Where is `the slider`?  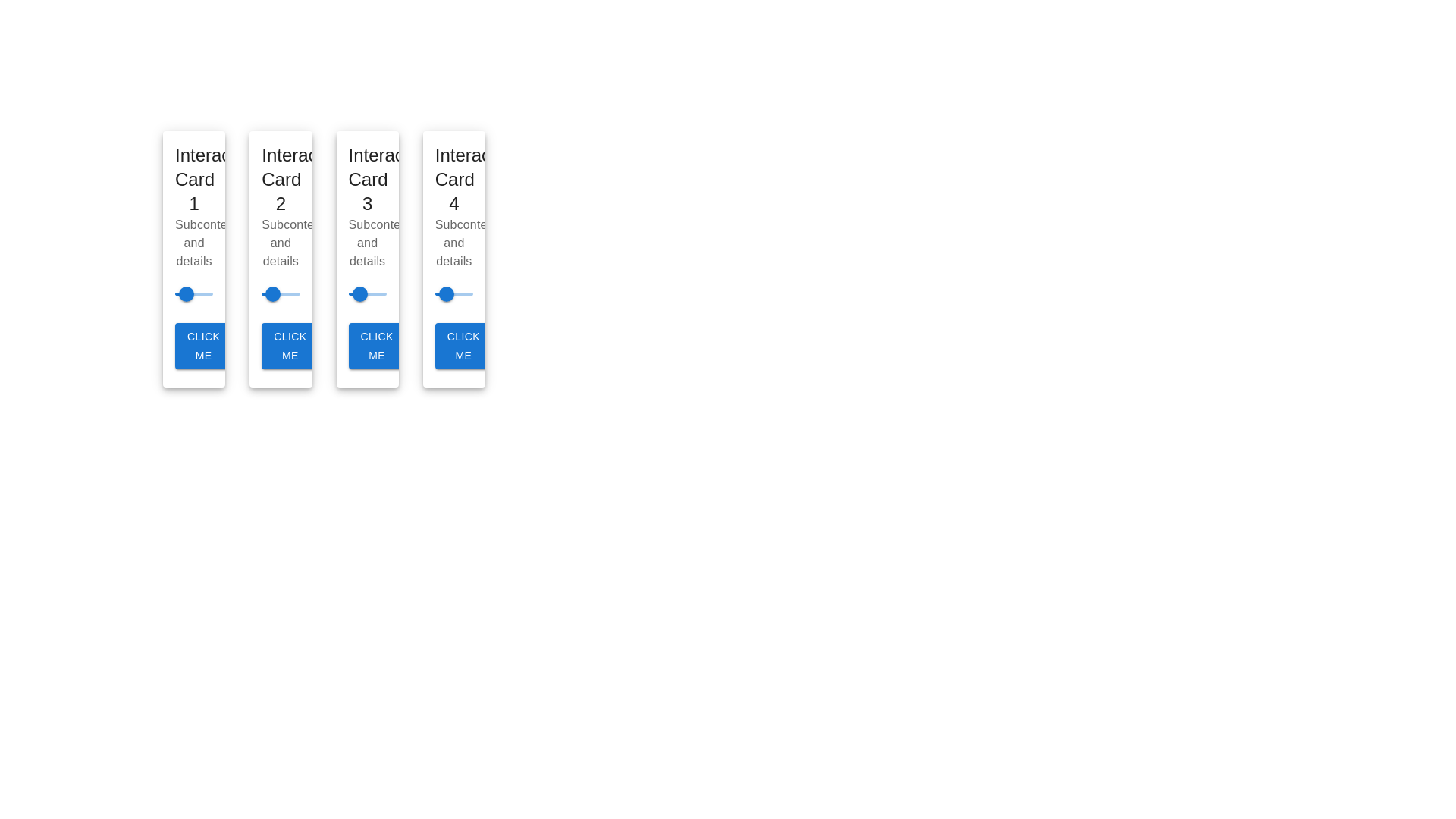
the slider is located at coordinates (184, 294).